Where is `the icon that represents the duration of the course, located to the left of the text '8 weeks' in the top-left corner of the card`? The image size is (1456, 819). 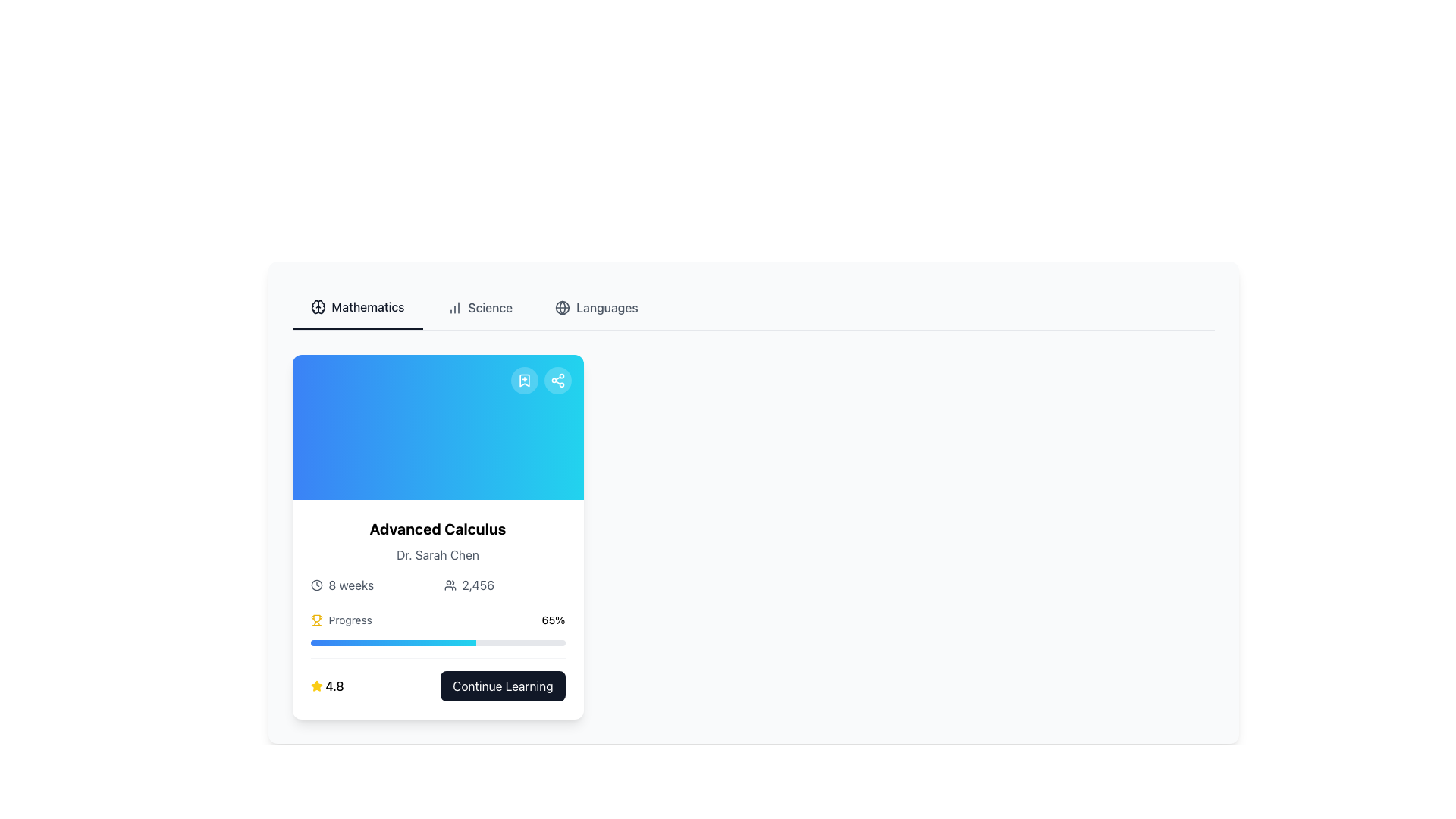 the icon that represents the duration of the course, located to the left of the text '8 weeks' in the top-left corner of the card is located at coordinates (315, 584).